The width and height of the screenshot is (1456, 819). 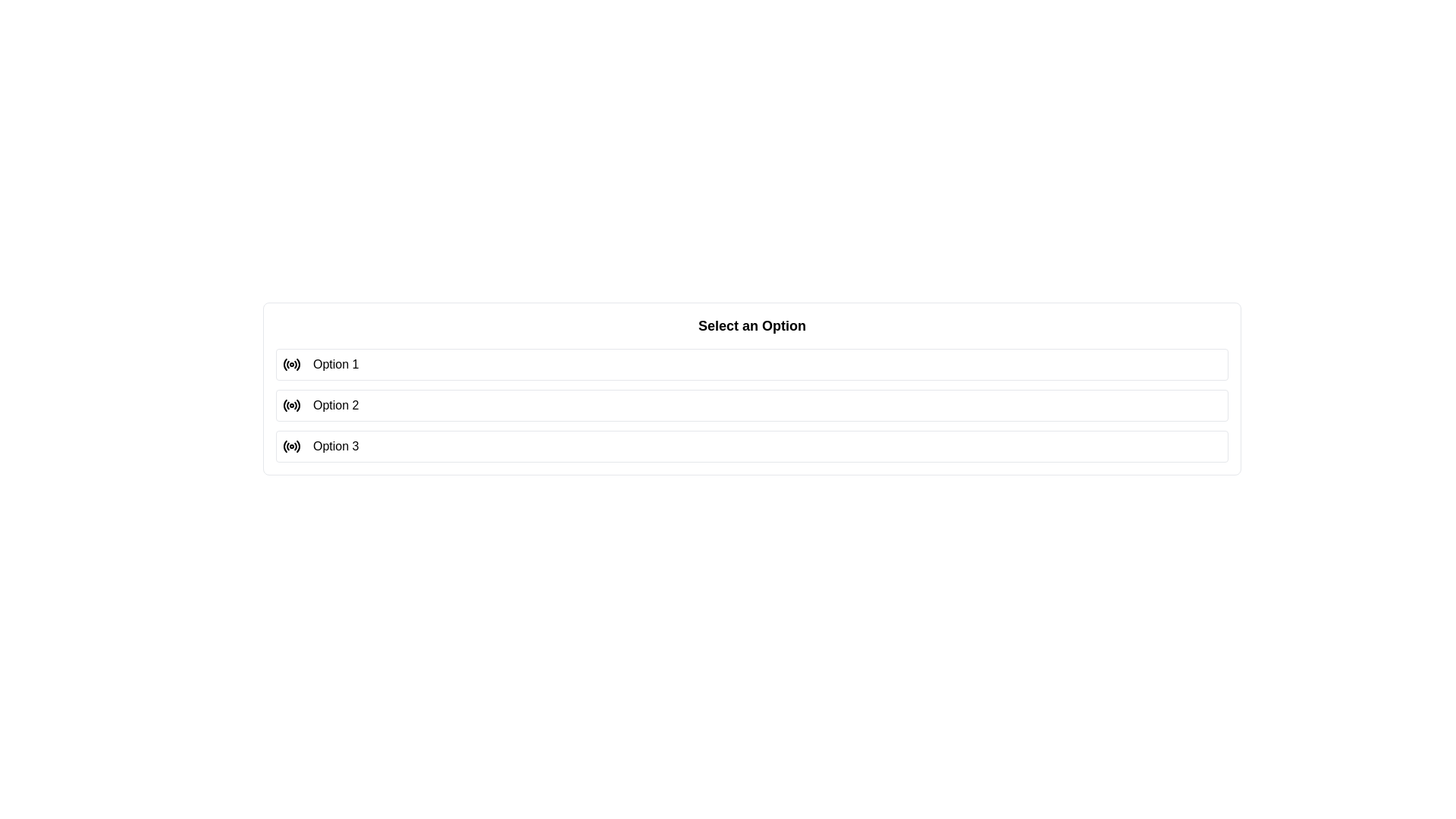 I want to click on the Radio button icon for 'Option 3', so click(x=291, y=446).